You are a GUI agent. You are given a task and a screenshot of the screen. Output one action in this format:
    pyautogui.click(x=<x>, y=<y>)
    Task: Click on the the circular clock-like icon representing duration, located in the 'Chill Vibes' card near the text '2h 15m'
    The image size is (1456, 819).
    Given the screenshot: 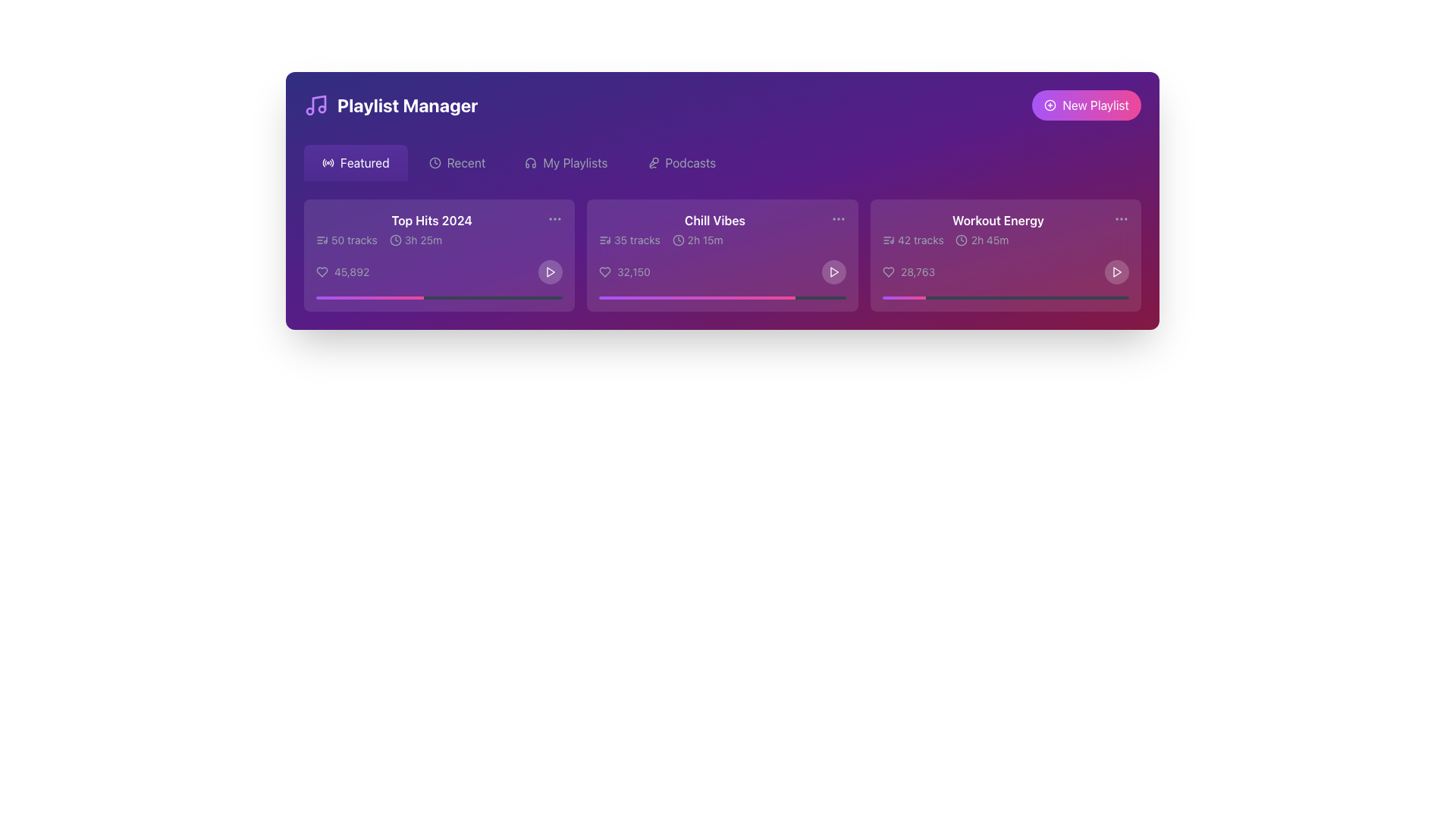 What is the action you would take?
    pyautogui.click(x=677, y=239)
    